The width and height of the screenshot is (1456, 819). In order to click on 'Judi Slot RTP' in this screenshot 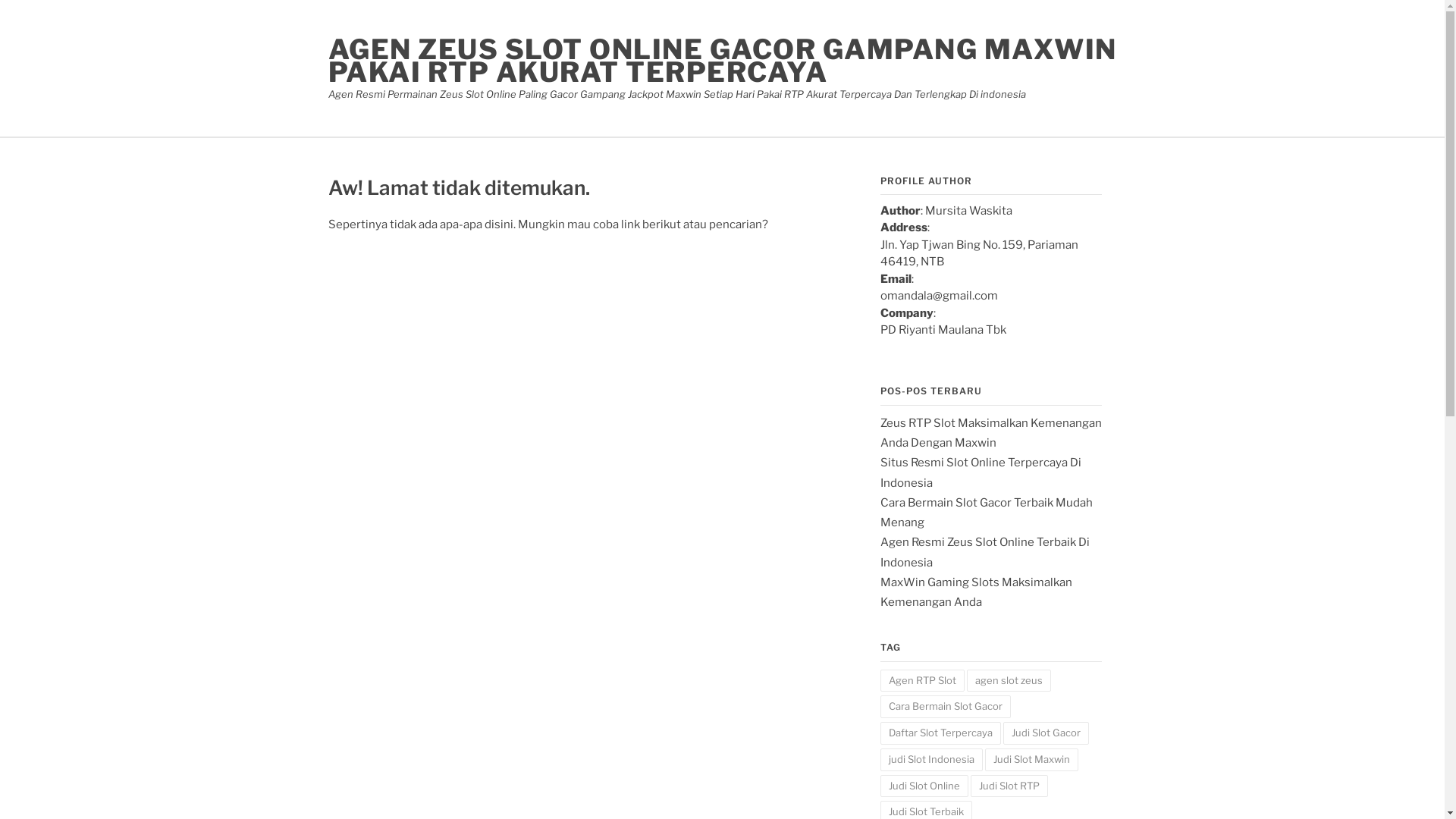, I will do `click(1009, 786)`.